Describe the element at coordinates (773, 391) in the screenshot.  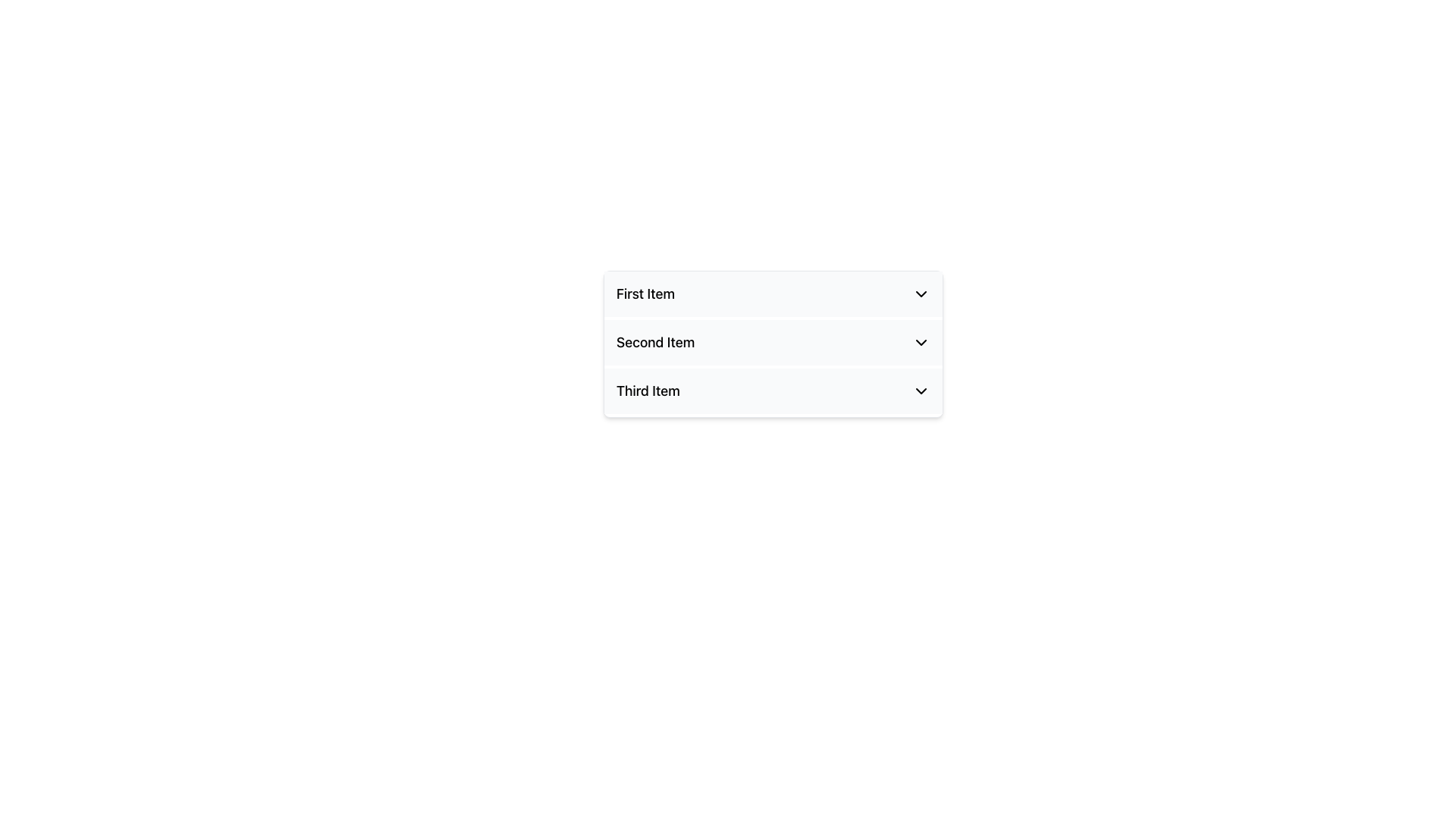
I see `the List Item labeled 'Third Item'` at that location.